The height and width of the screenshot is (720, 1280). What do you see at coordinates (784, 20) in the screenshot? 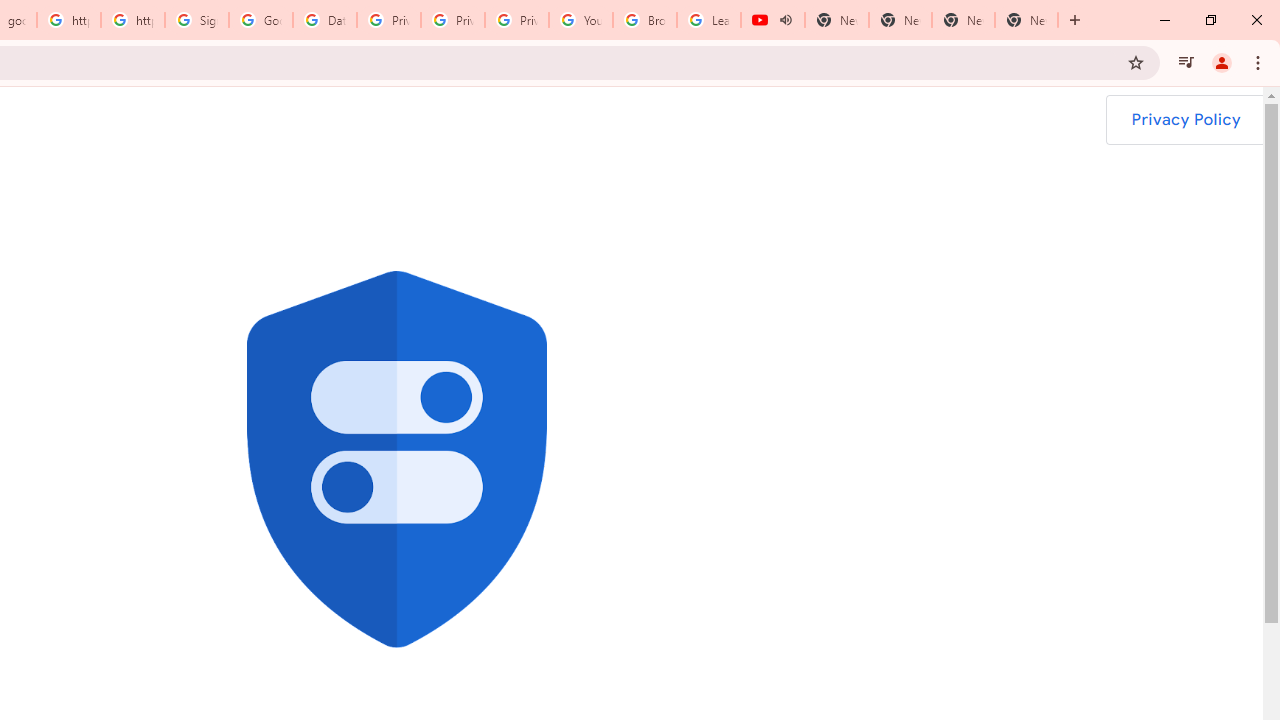
I see `'Mute tab'` at bounding box center [784, 20].